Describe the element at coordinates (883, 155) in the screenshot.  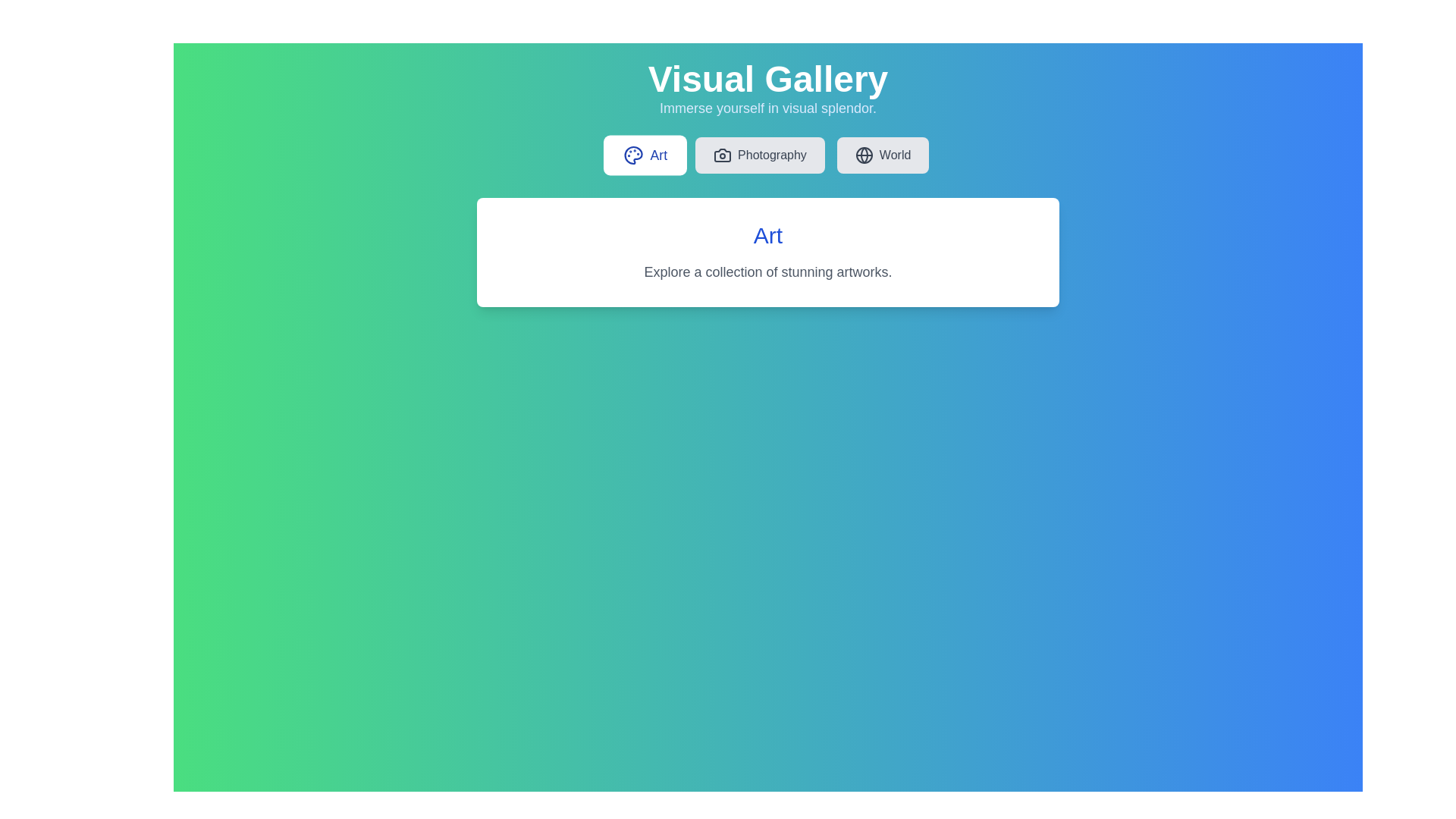
I see `the tab labeled World to view its content` at that location.